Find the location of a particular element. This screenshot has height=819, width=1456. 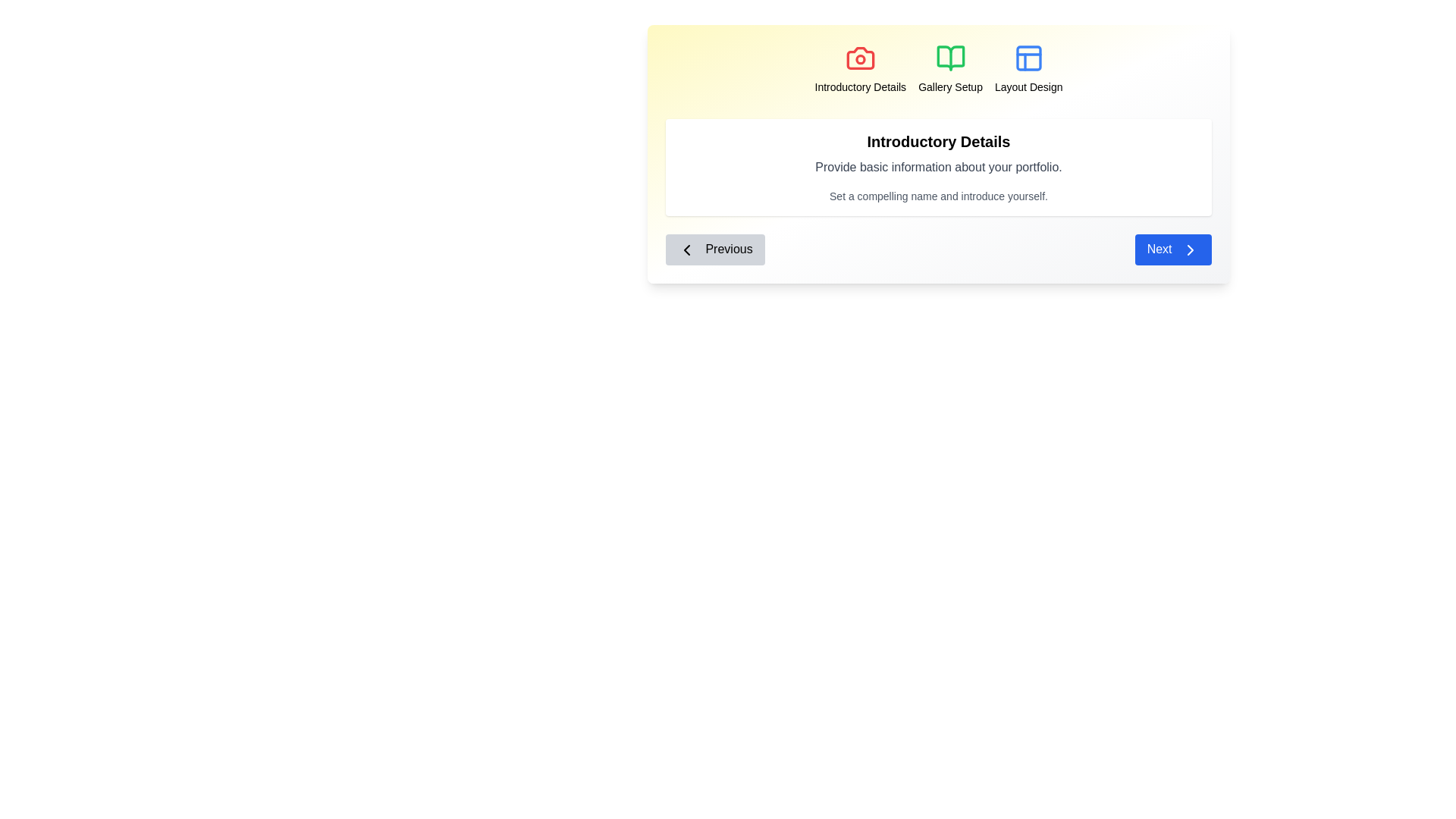

the green open book icon located in the Gallery Setup section, positioned between 'Introductory Details' and 'Layout Design' is located at coordinates (949, 58).